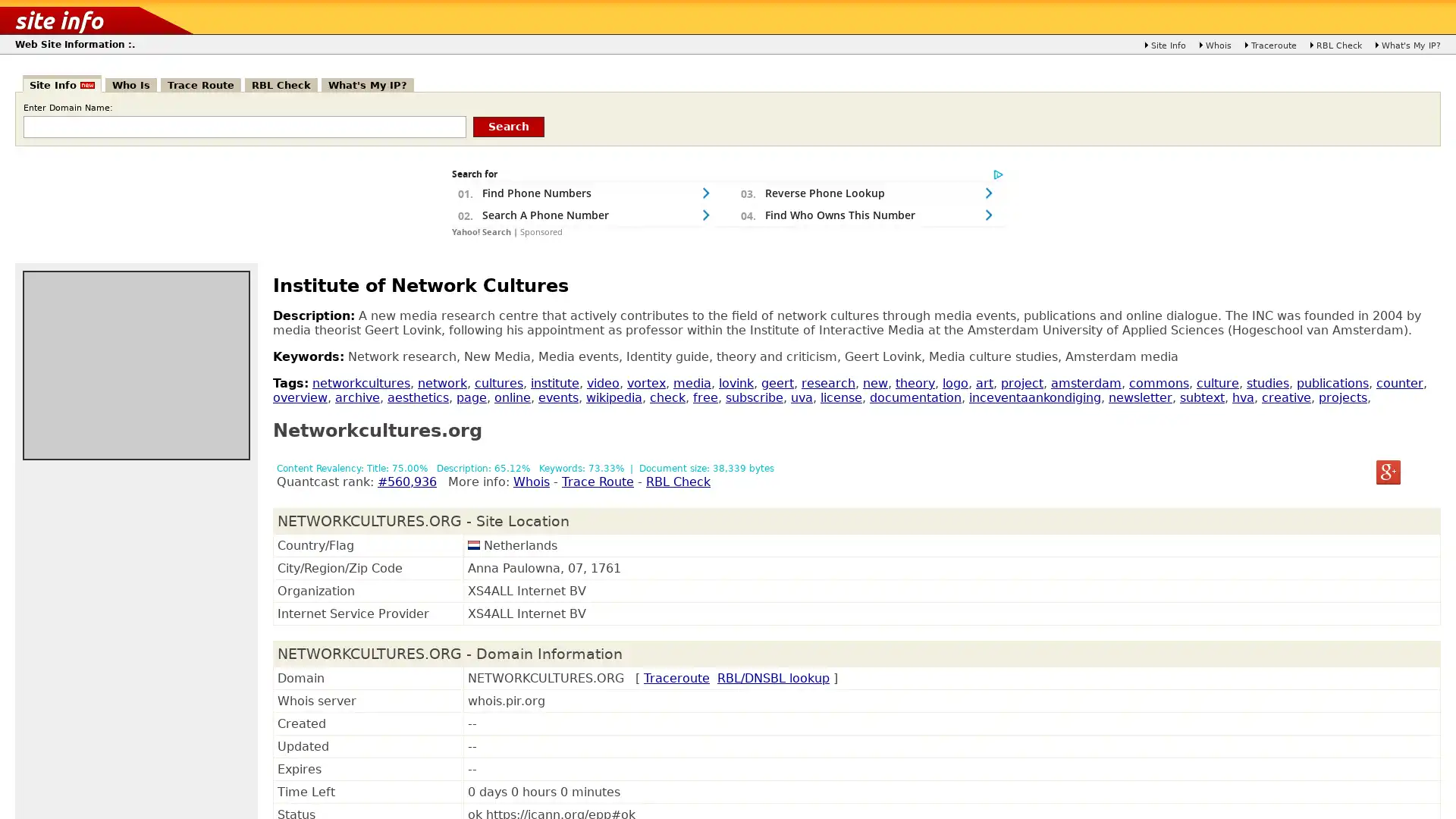 The image size is (1456, 819). I want to click on Search, so click(509, 125).